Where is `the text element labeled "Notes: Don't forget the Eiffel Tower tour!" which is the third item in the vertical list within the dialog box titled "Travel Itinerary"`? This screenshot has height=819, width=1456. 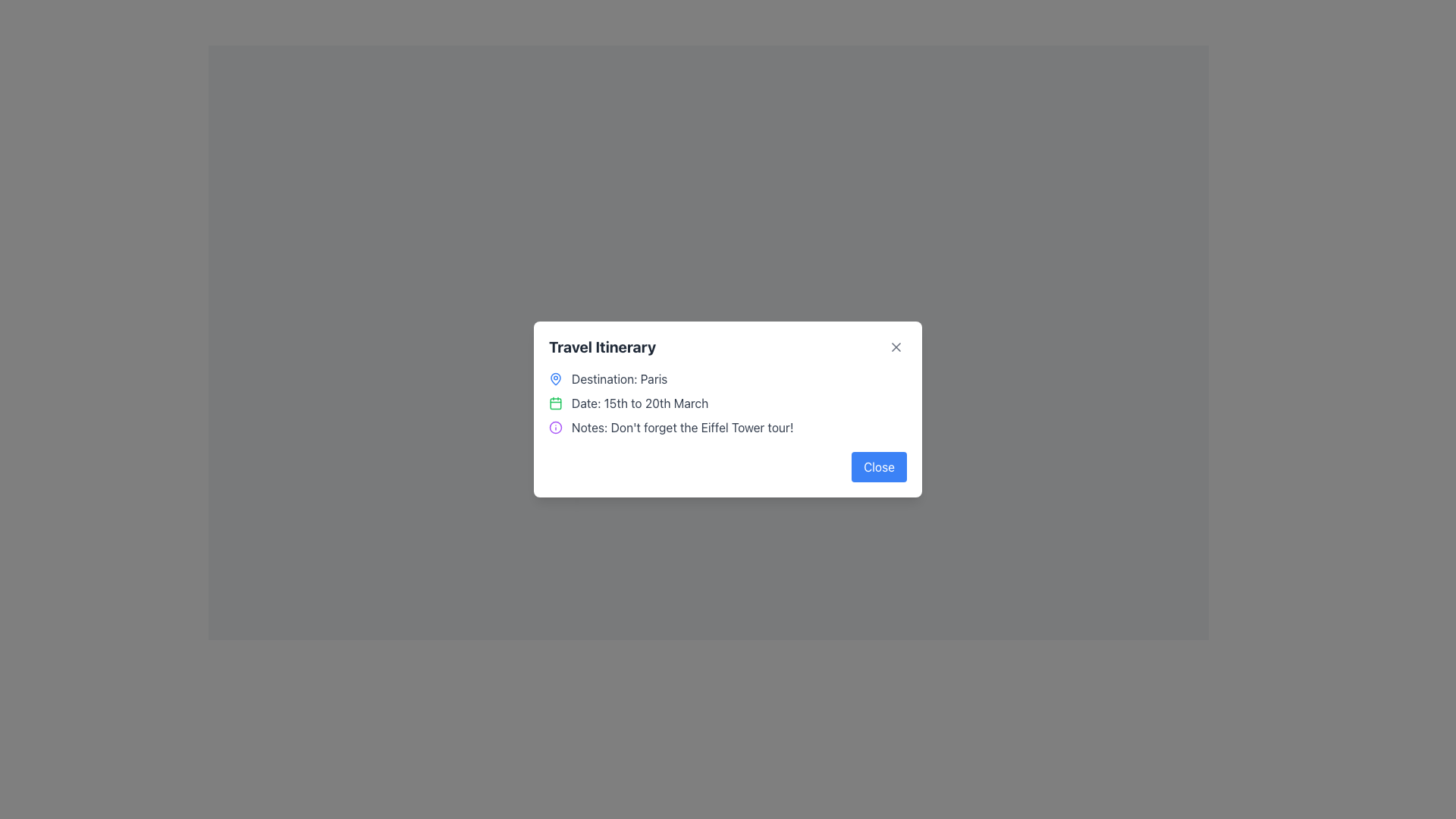 the text element labeled "Notes: Don't forget the Eiffel Tower tour!" which is the third item in the vertical list within the dialog box titled "Travel Itinerary" is located at coordinates (728, 427).